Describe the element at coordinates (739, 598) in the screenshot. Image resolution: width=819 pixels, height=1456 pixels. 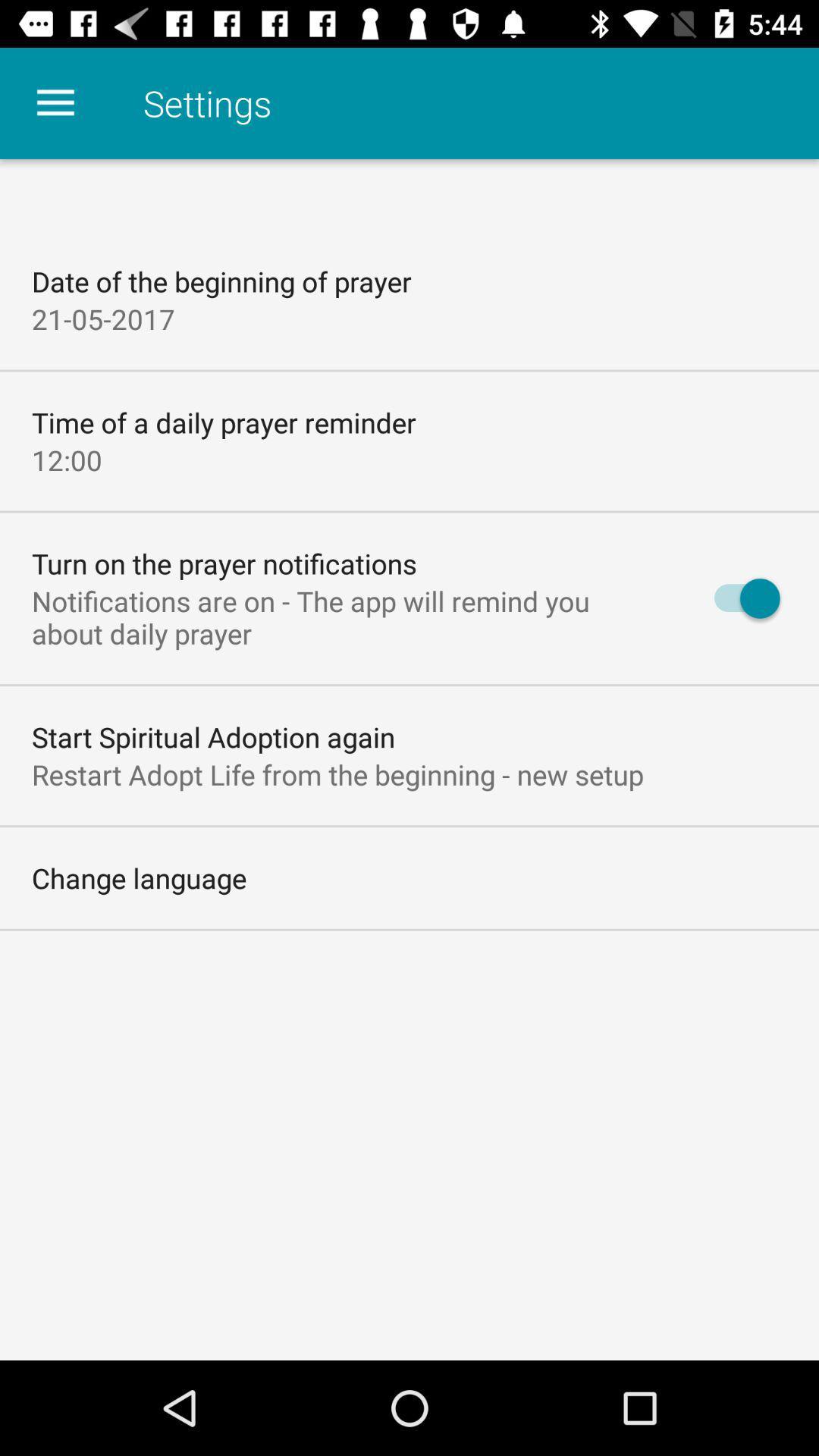
I see `item next to notifications are on icon` at that location.